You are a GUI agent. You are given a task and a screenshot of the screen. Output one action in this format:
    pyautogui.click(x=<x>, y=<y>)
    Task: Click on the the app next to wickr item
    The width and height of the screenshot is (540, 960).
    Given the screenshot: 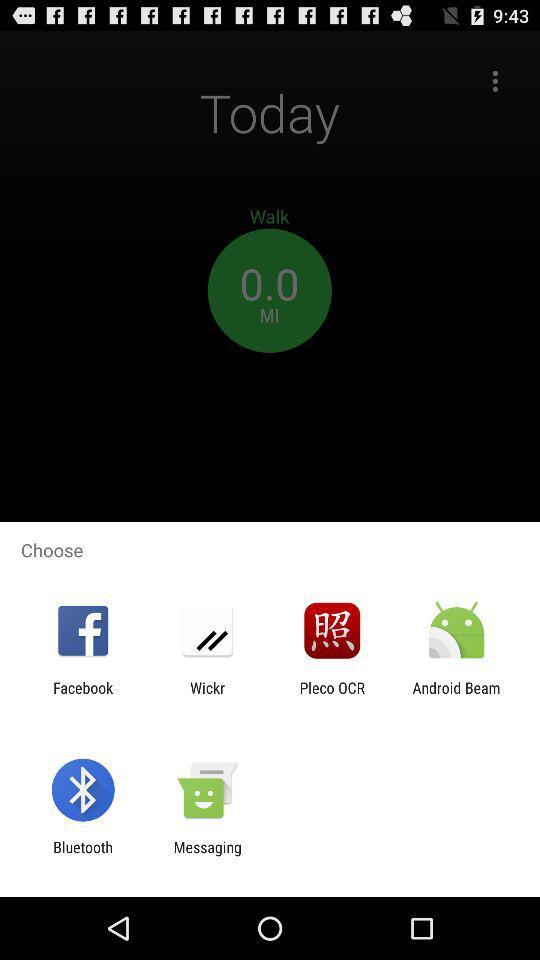 What is the action you would take?
    pyautogui.click(x=82, y=696)
    